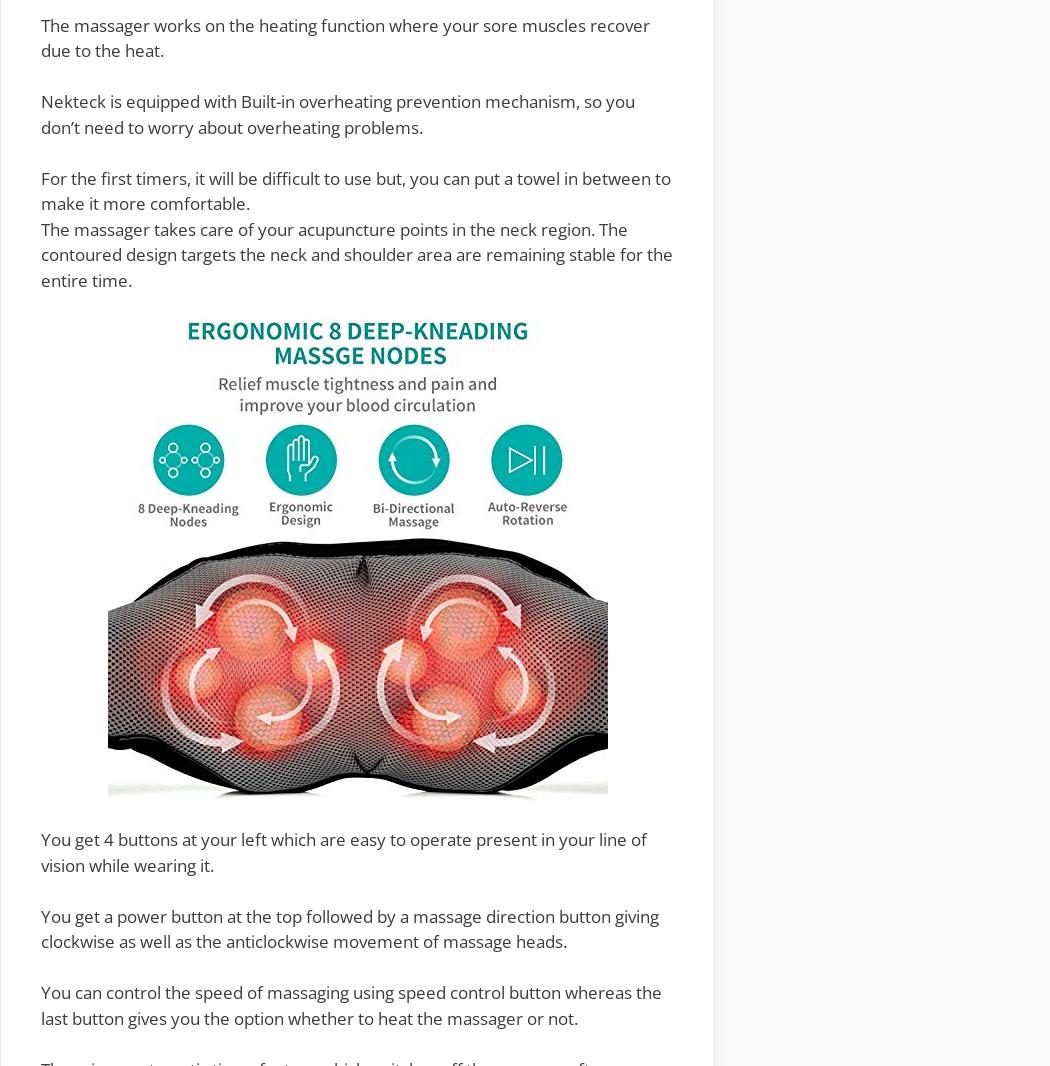  What do you see at coordinates (337, 112) in the screenshot?
I see `', so you don’t need to worry about overheating problems.'` at bounding box center [337, 112].